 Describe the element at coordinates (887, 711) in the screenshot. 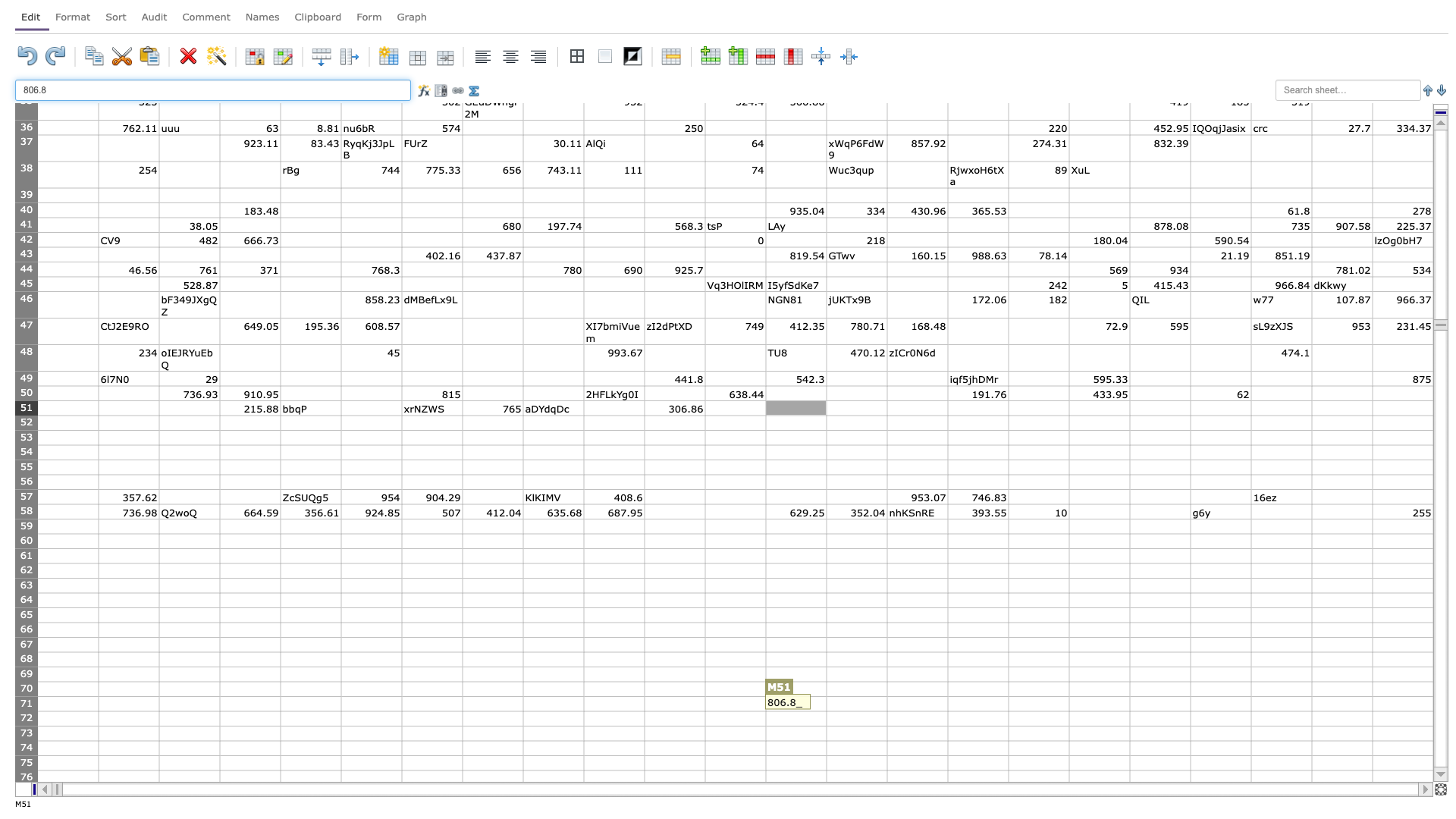

I see `Auto-fill point of cell N71` at that location.